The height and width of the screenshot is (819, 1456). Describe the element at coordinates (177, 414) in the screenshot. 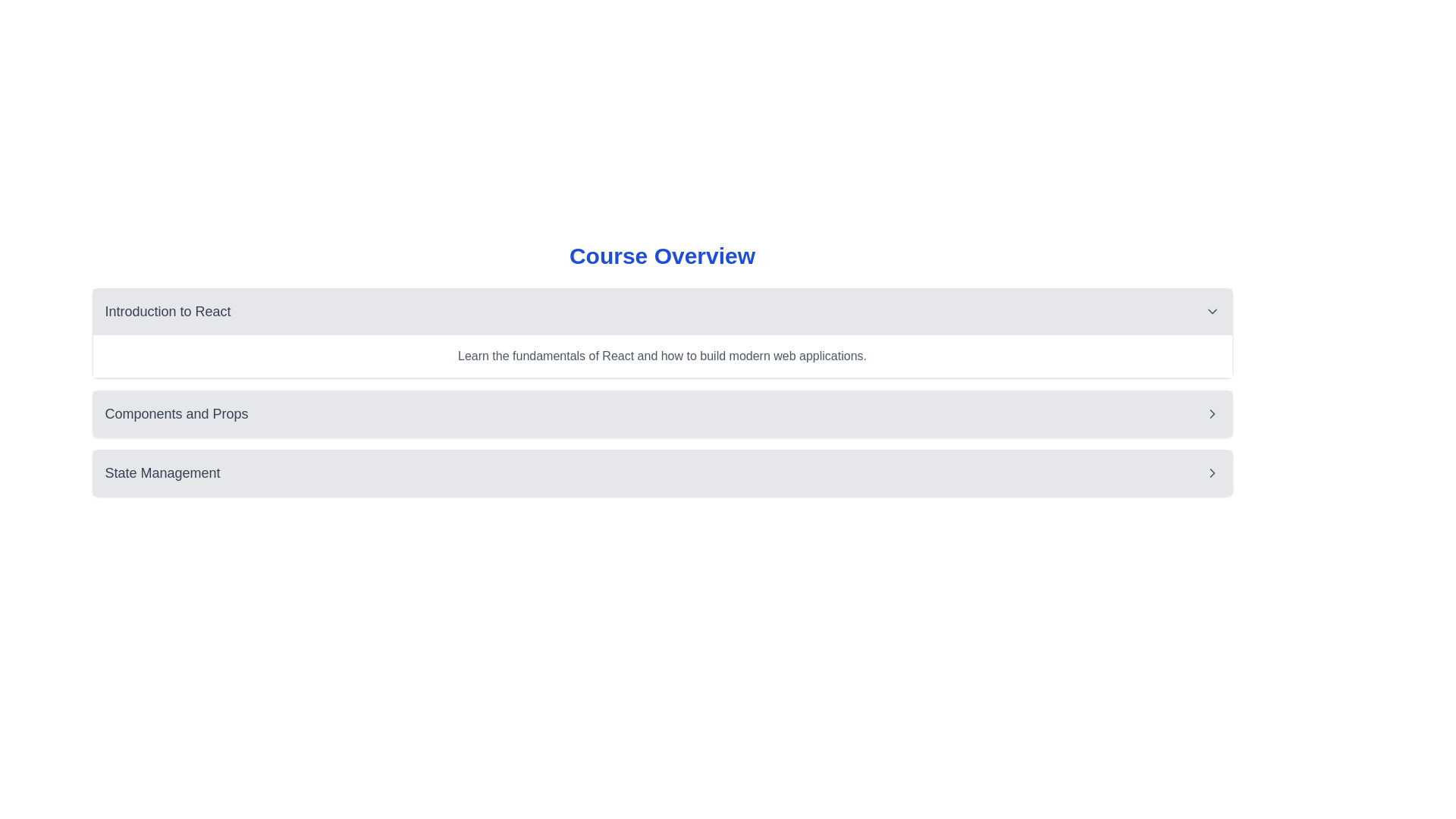

I see `the primary heading text label indicating the content or topic, positioned between 'Introduction to React' and 'State Management'` at that location.